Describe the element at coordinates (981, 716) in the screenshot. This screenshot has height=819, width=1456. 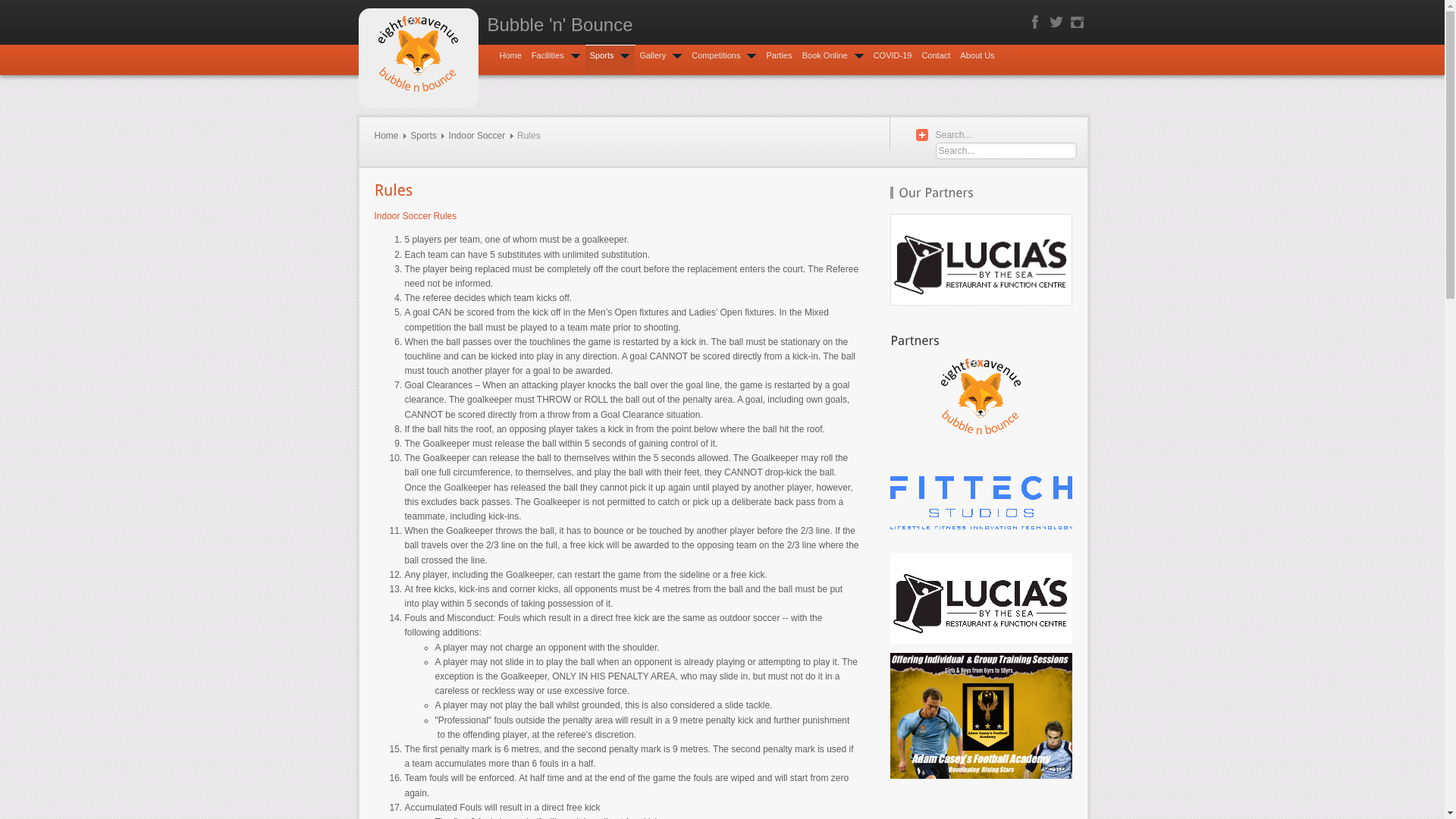
I see `'Developing Rising Stars'` at that location.